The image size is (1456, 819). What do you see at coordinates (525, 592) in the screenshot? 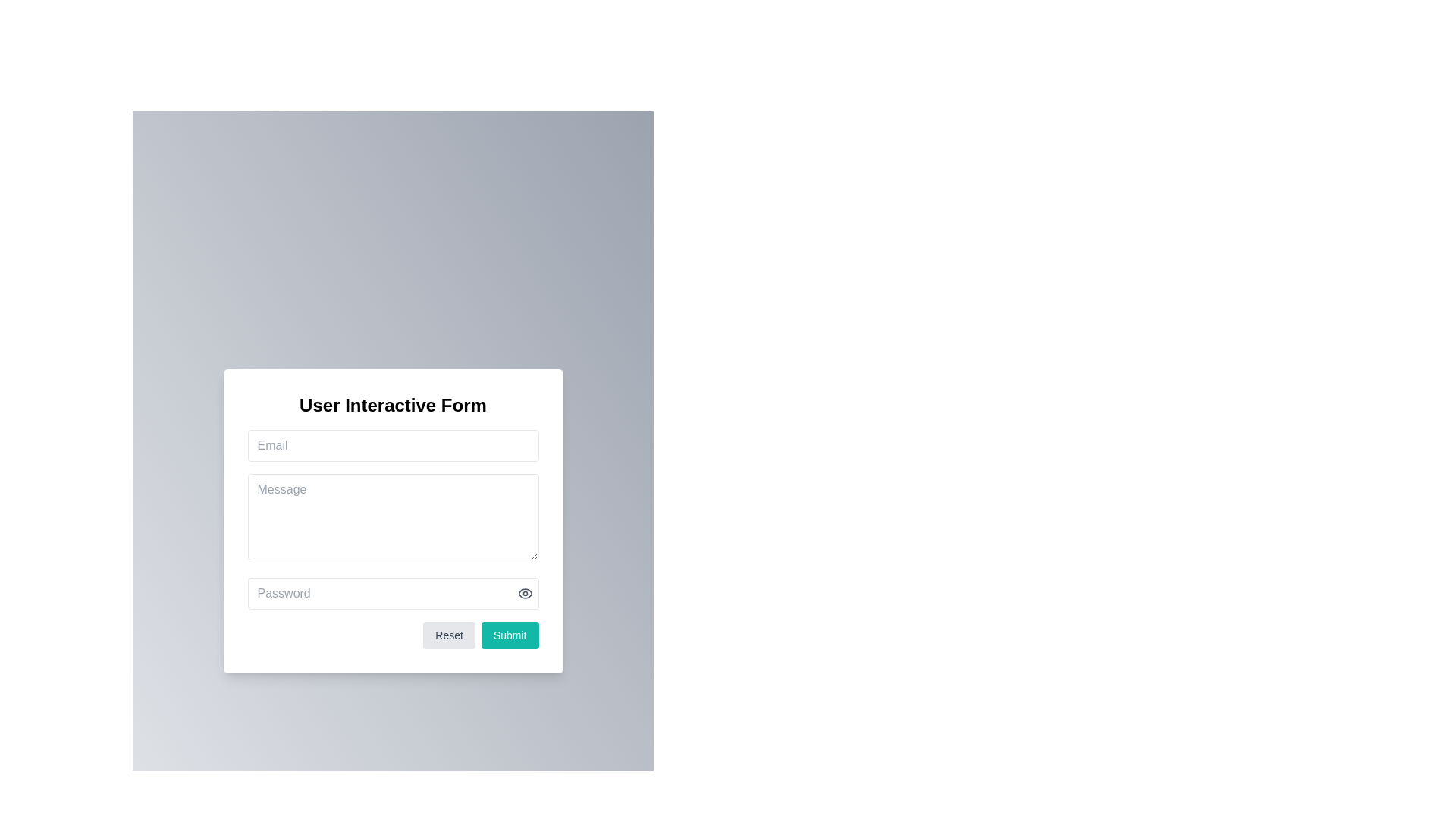
I see `the outline of the eye icon, which is part of the visibility-toggle feature for the password field, located adjacent to the password input field` at bounding box center [525, 592].